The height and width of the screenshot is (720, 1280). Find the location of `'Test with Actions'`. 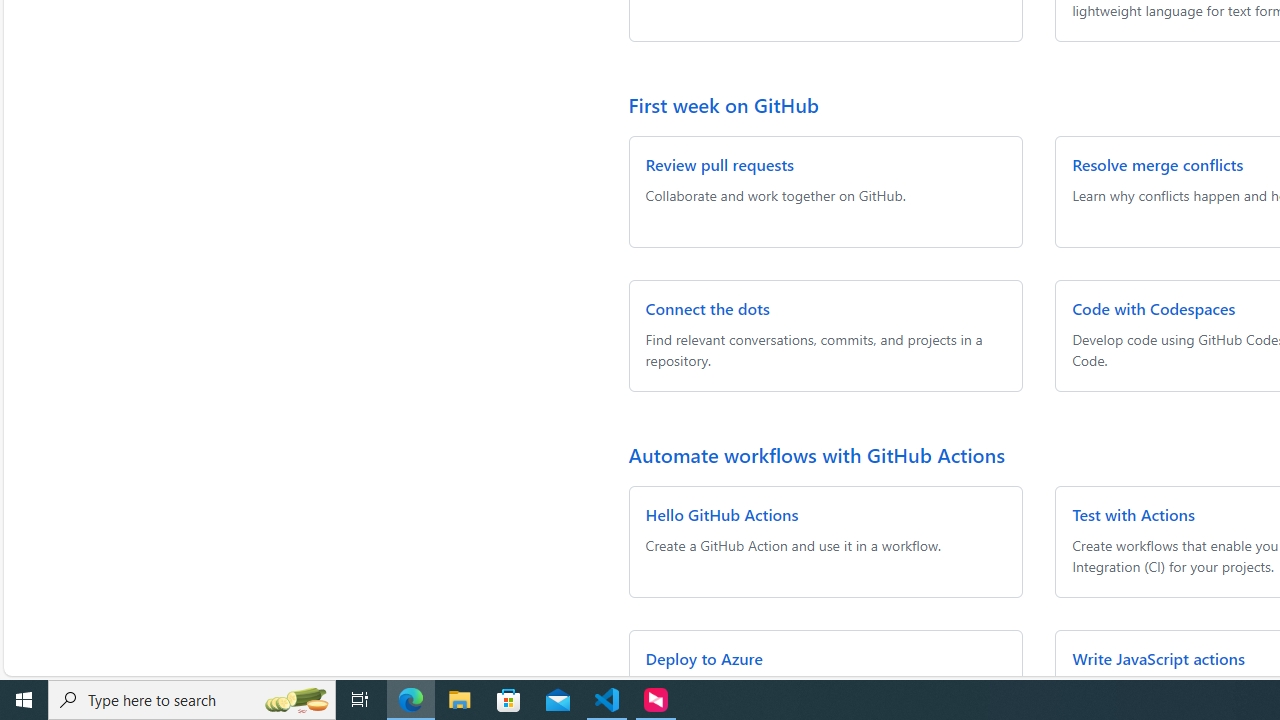

'Test with Actions' is located at coordinates (1134, 513).